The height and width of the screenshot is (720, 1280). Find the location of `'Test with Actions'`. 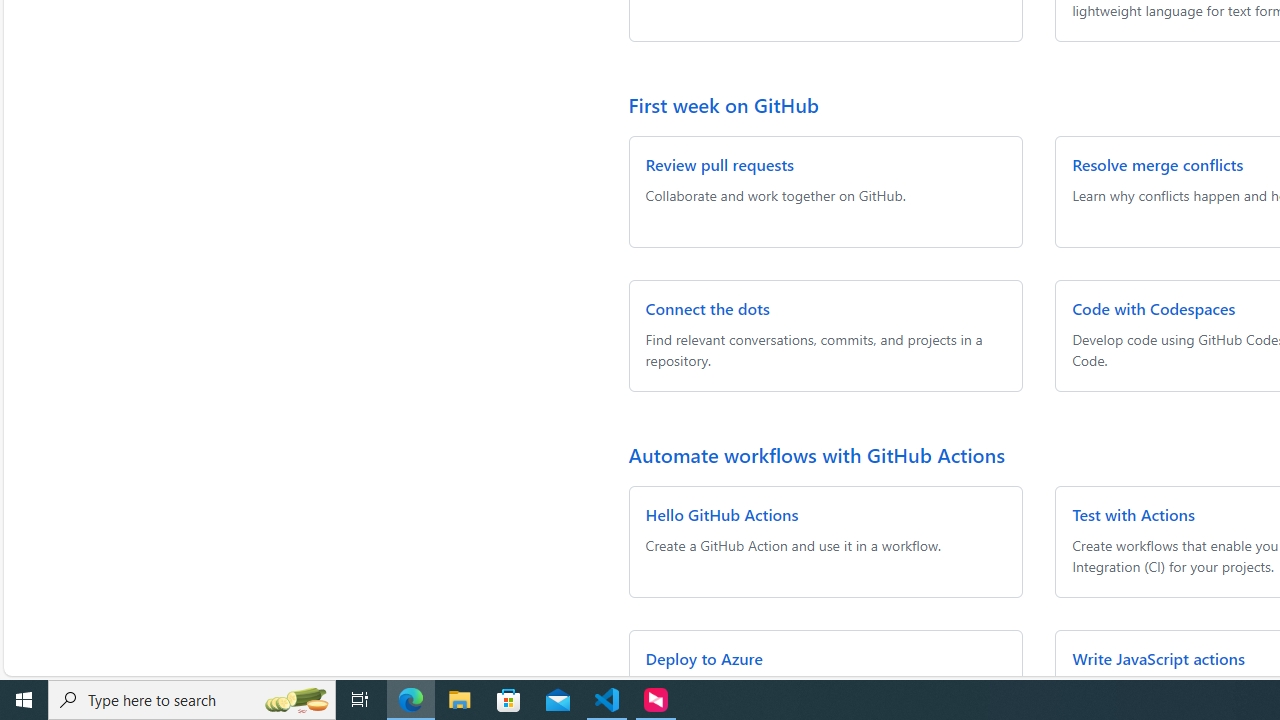

'Test with Actions' is located at coordinates (1134, 513).